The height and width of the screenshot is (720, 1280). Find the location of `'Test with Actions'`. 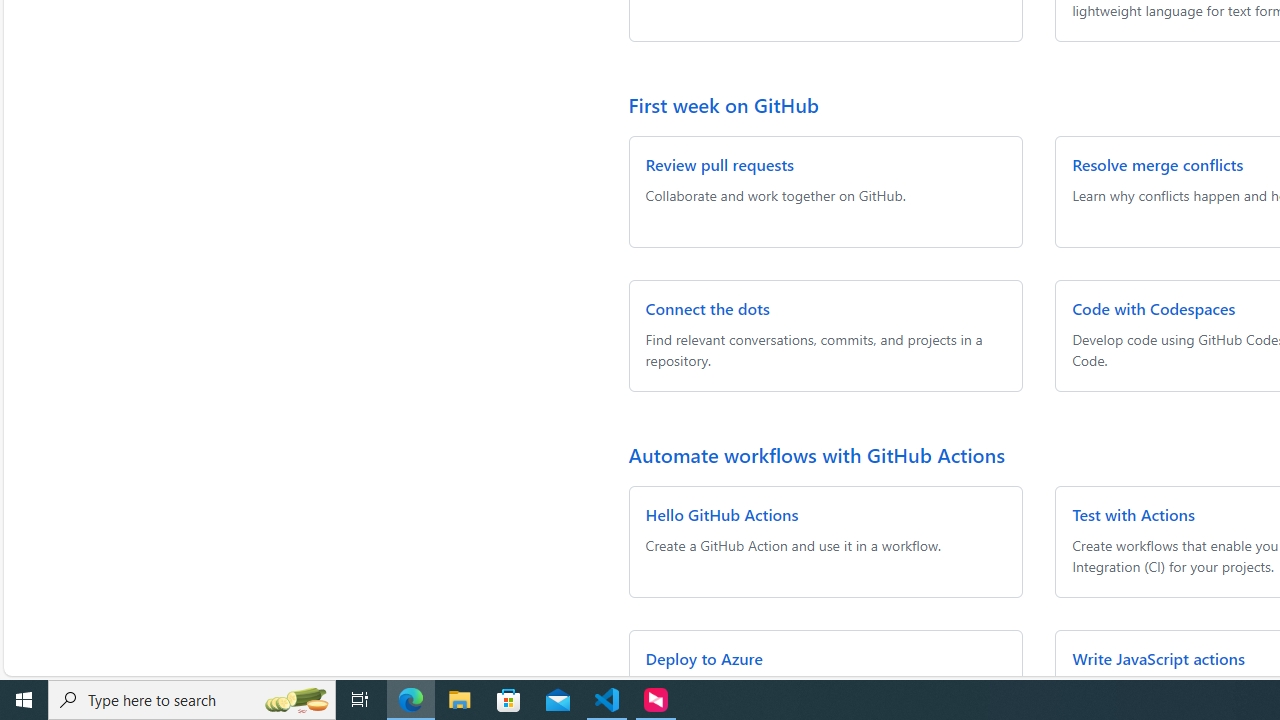

'Test with Actions' is located at coordinates (1134, 513).